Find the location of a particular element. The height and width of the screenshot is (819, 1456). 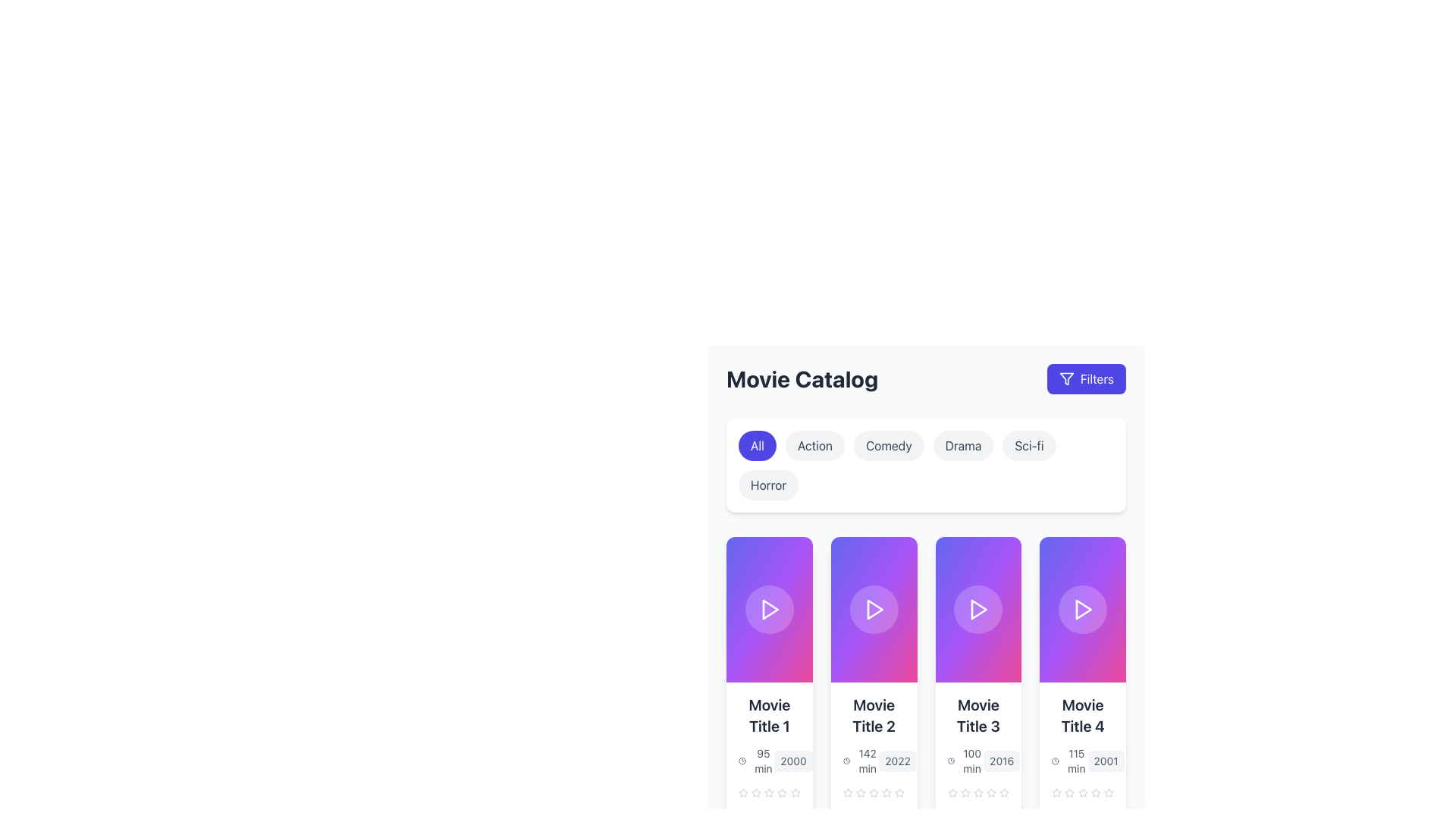

the 'All' button located in the top left of the button group below the 'Movie Catalog' heading is located at coordinates (757, 444).